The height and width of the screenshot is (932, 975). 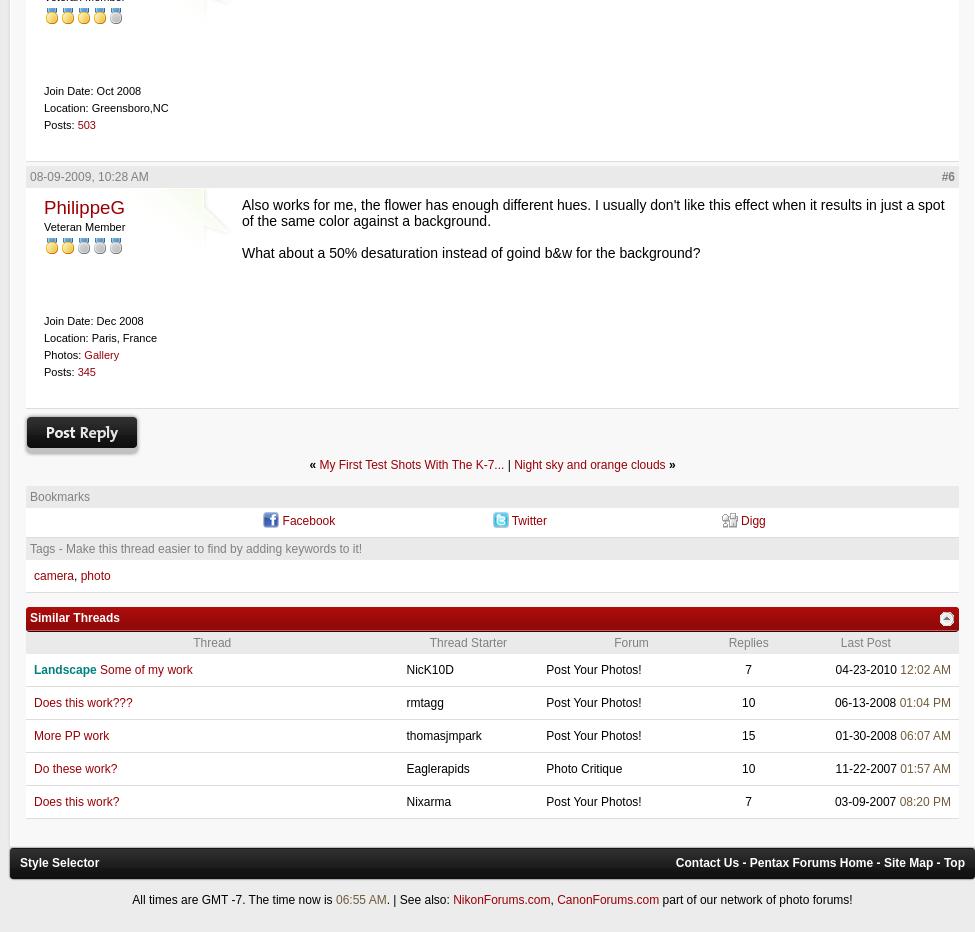 What do you see at coordinates (94, 575) in the screenshot?
I see `'photo'` at bounding box center [94, 575].